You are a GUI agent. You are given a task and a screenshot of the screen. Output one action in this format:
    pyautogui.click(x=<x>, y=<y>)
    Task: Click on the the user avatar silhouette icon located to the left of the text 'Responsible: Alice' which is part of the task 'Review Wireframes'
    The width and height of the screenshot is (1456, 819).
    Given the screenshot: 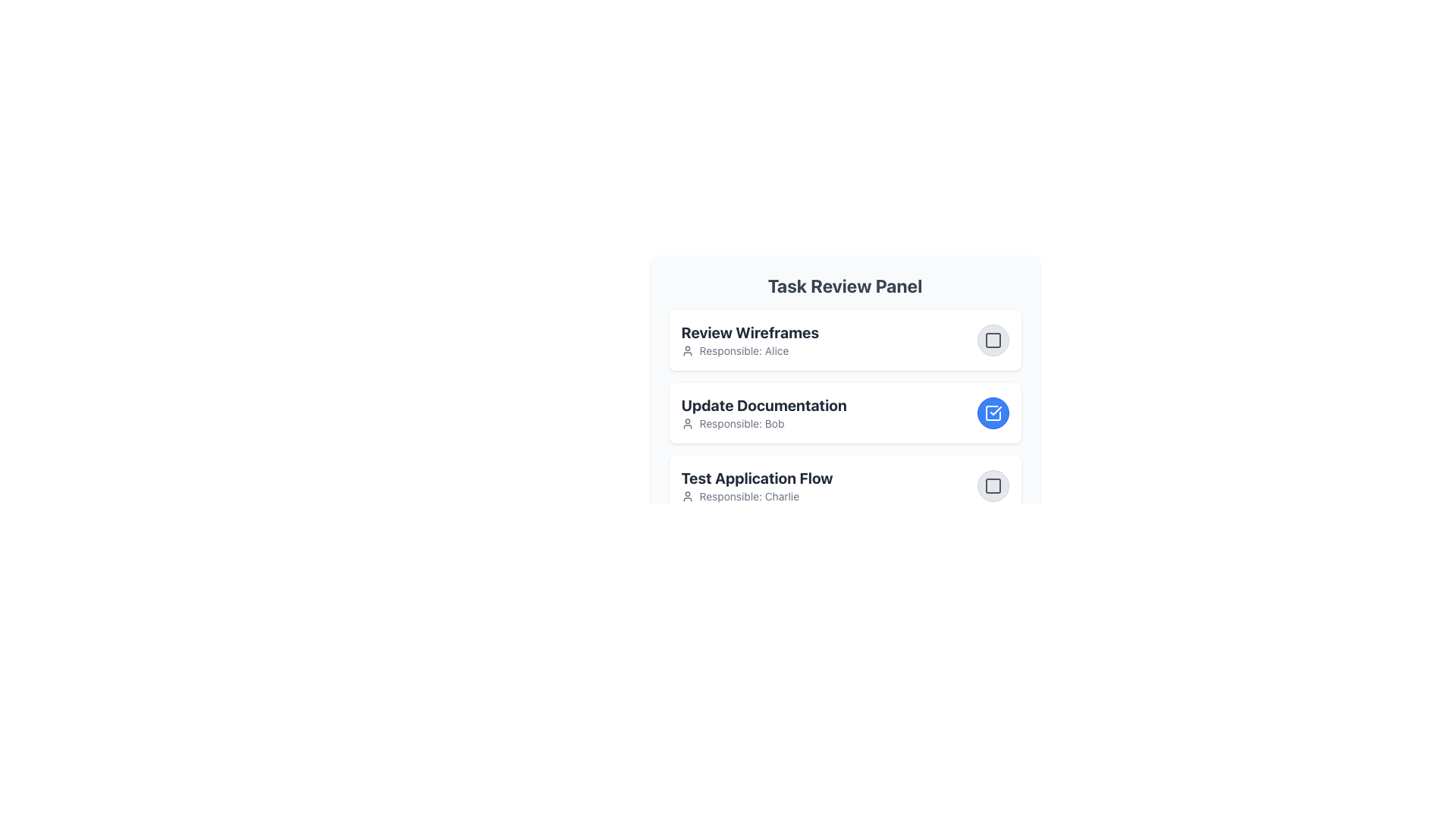 What is the action you would take?
    pyautogui.click(x=686, y=350)
    